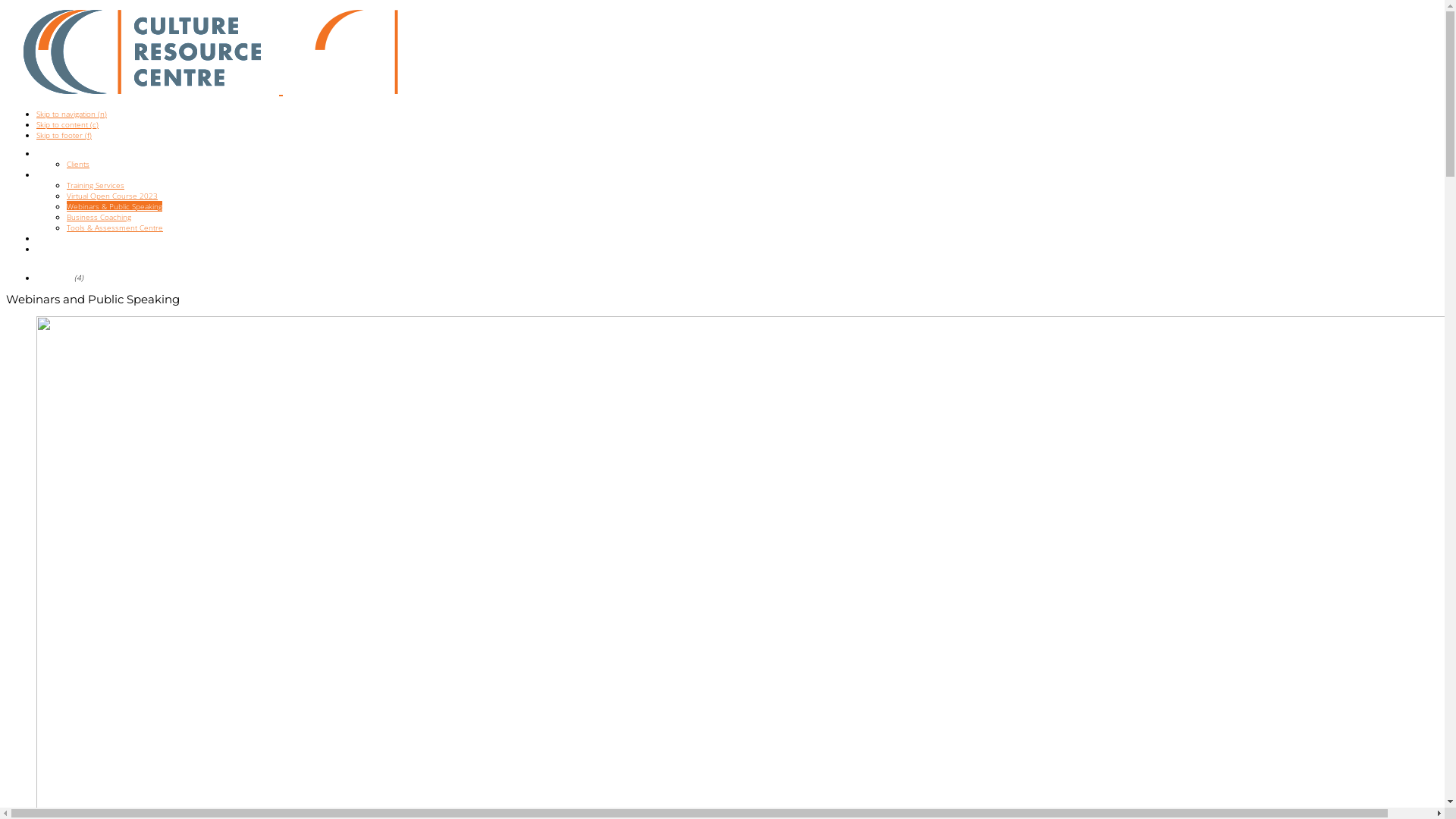 Image resolution: width=1456 pixels, height=819 pixels. What do you see at coordinates (67, 124) in the screenshot?
I see `'Skip to content (c)'` at bounding box center [67, 124].